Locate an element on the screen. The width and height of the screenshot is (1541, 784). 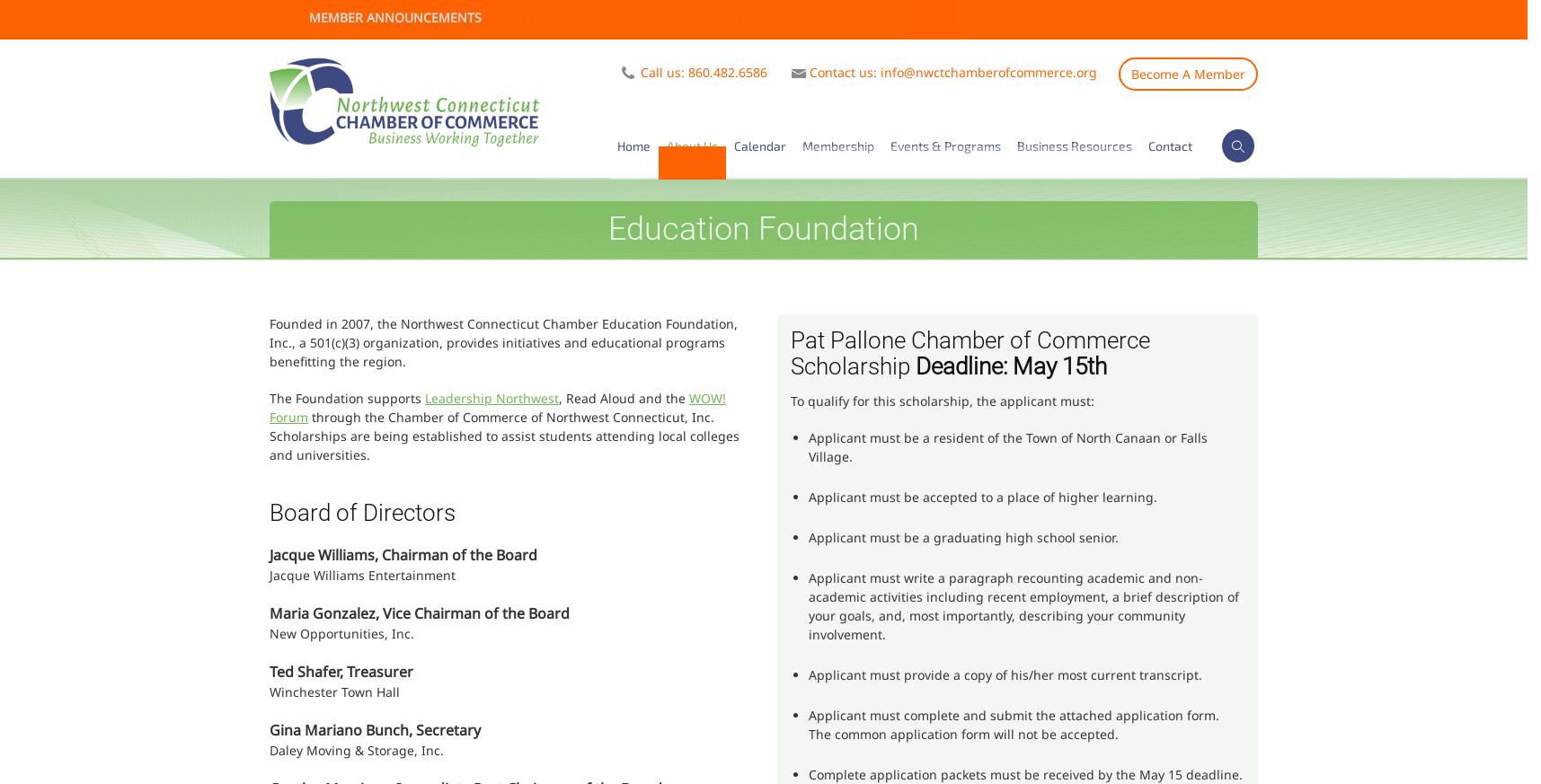
'through the Chamber of Commerce of Northwest Connecticut, Inc. Scholarships are being established to assist students attending local colleges and universities.' is located at coordinates (503, 436).